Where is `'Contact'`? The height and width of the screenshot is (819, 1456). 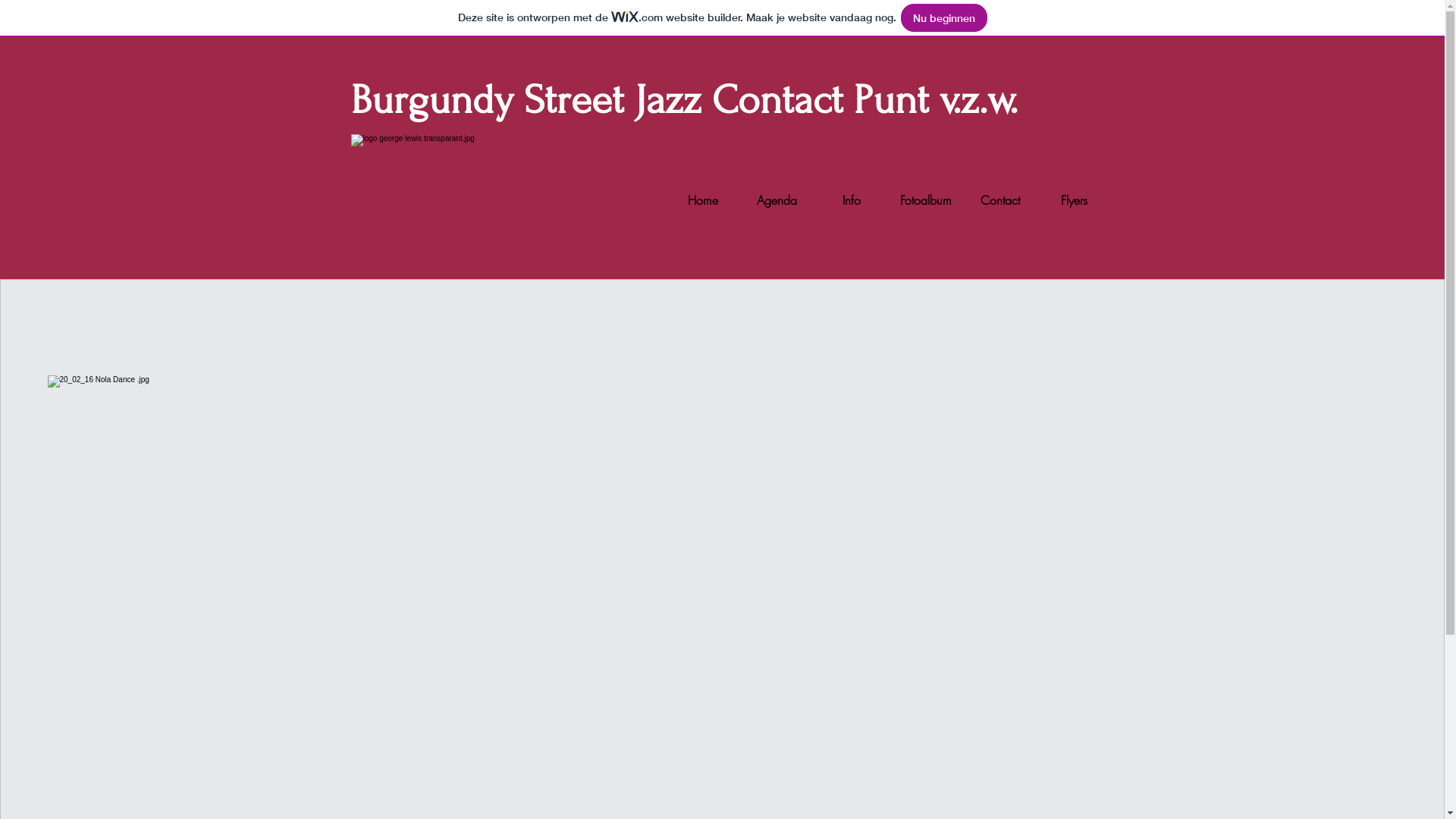 'Contact' is located at coordinates (1000, 199).